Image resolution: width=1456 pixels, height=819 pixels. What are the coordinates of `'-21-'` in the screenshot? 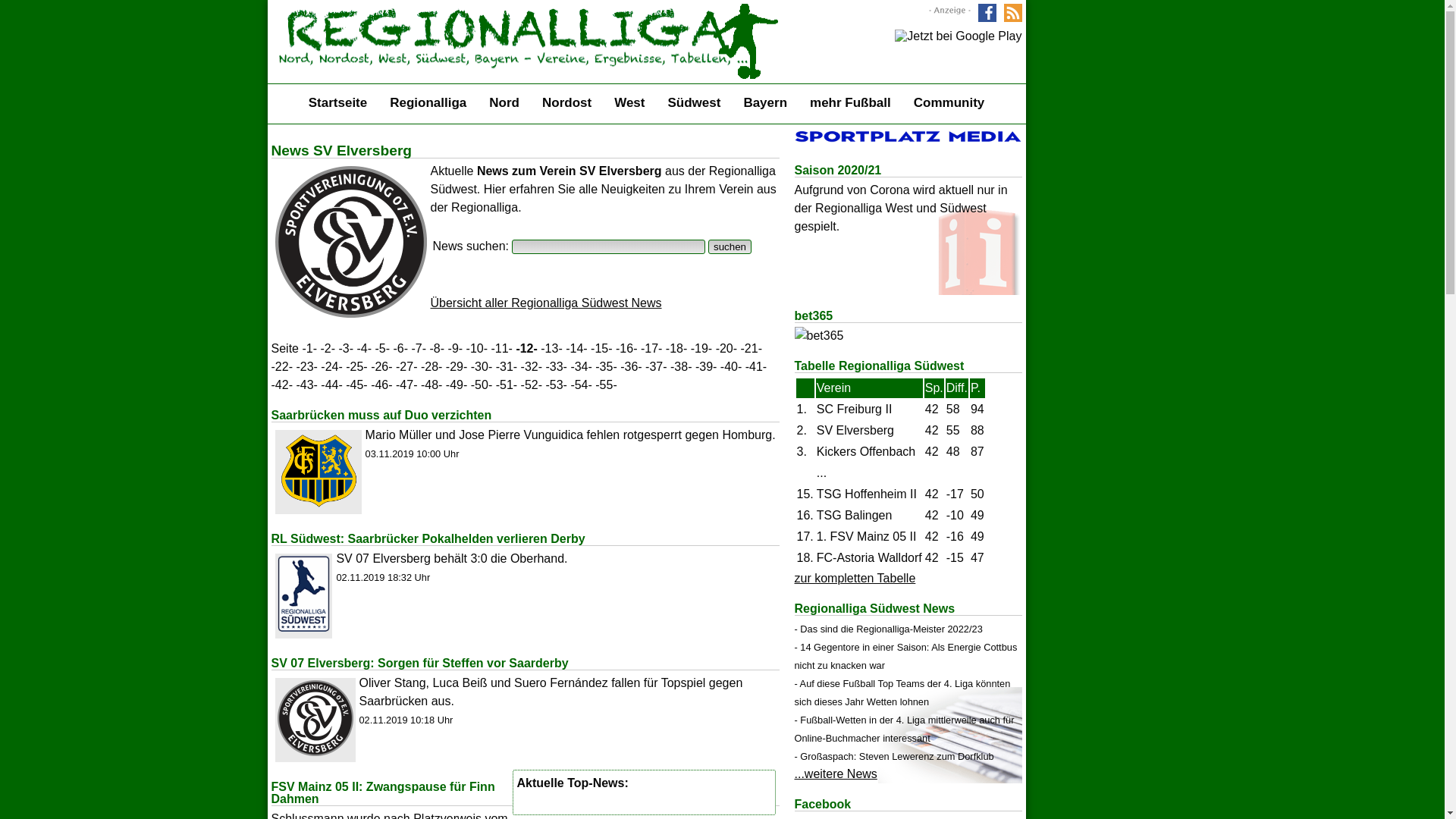 It's located at (751, 348).